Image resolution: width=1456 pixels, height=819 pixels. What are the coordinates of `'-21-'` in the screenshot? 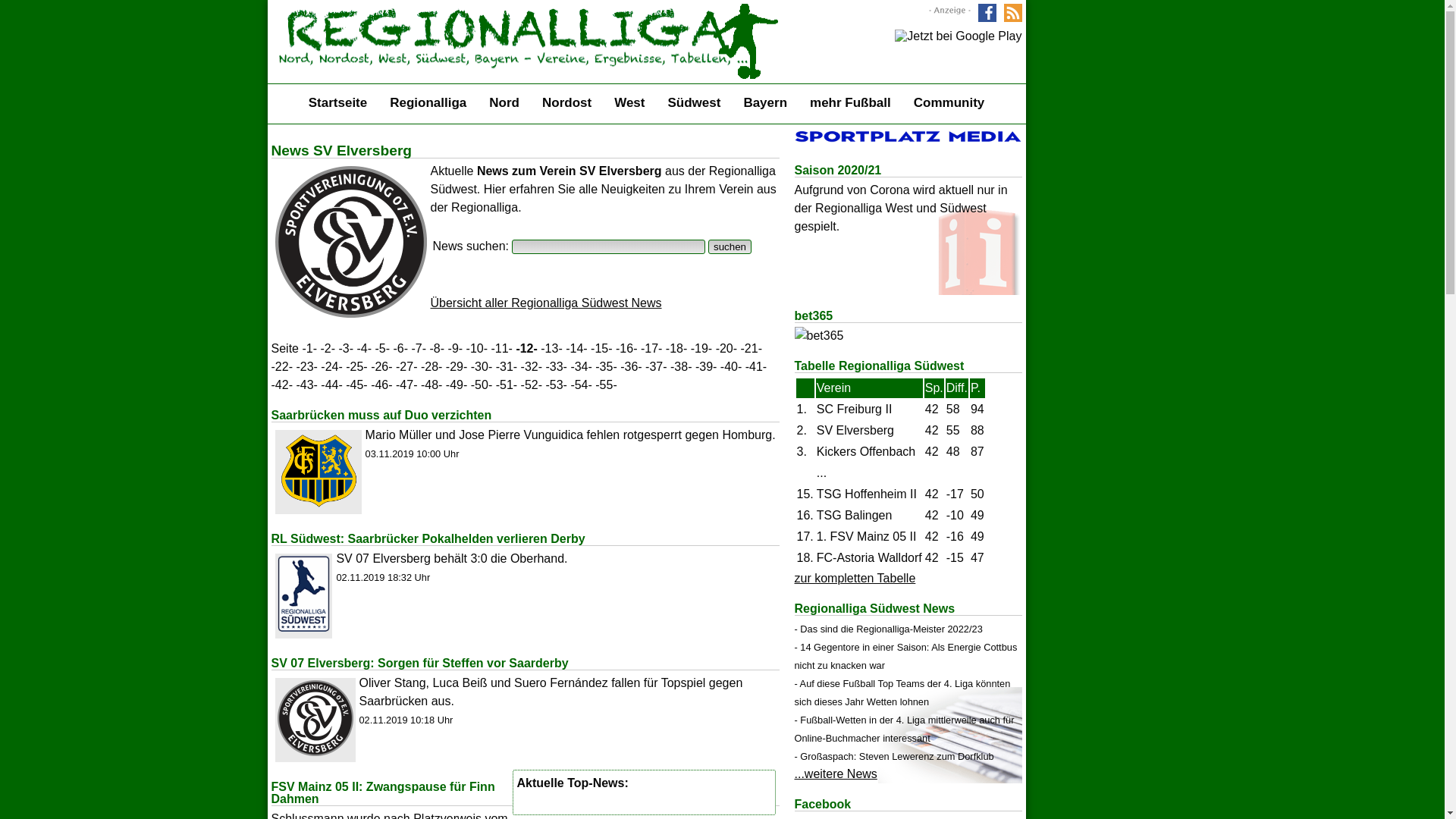 It's located at (751, 348).